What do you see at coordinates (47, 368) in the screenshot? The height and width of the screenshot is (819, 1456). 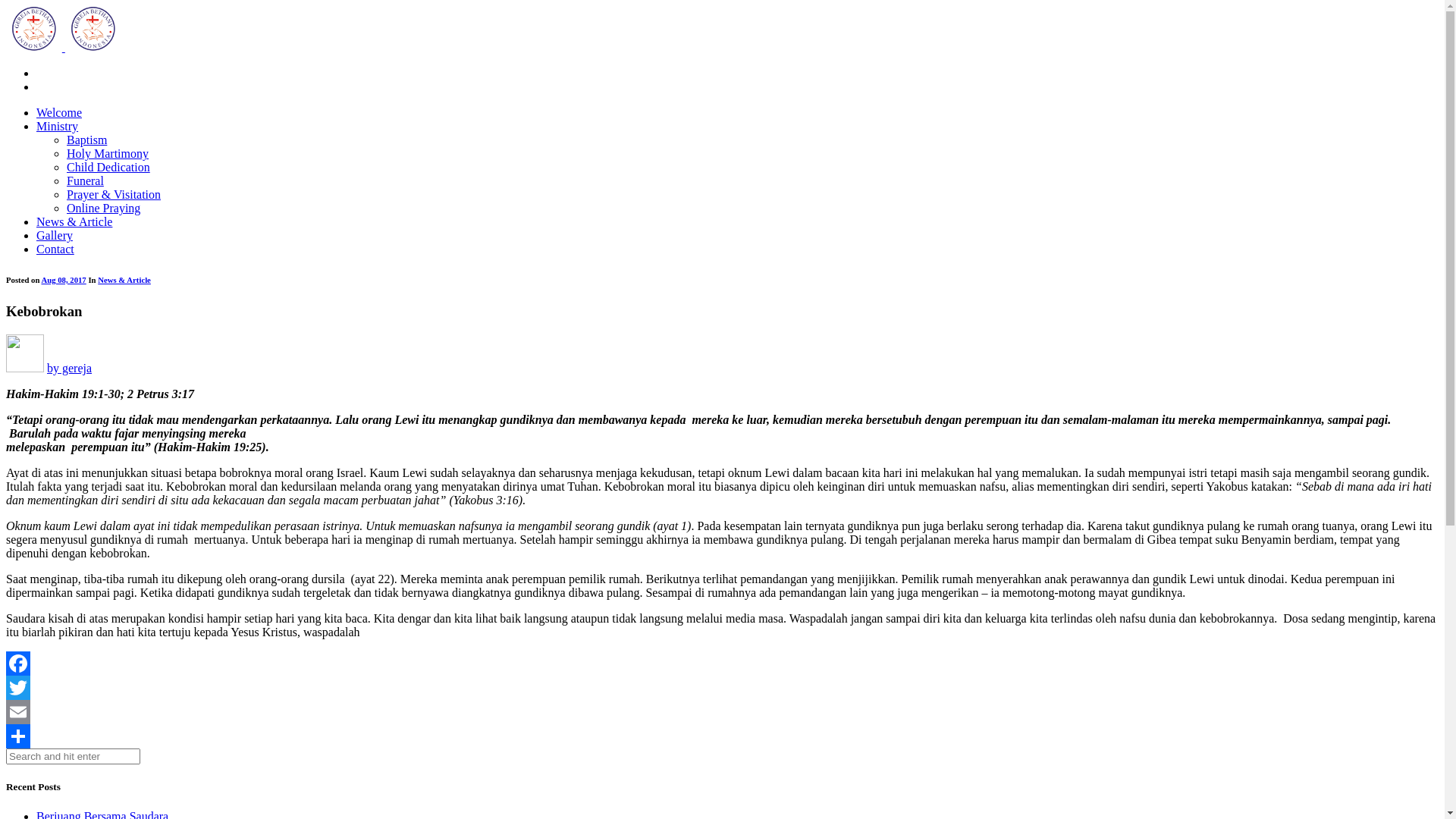 I see `'by gereja'` at bounding box center [47, 368].